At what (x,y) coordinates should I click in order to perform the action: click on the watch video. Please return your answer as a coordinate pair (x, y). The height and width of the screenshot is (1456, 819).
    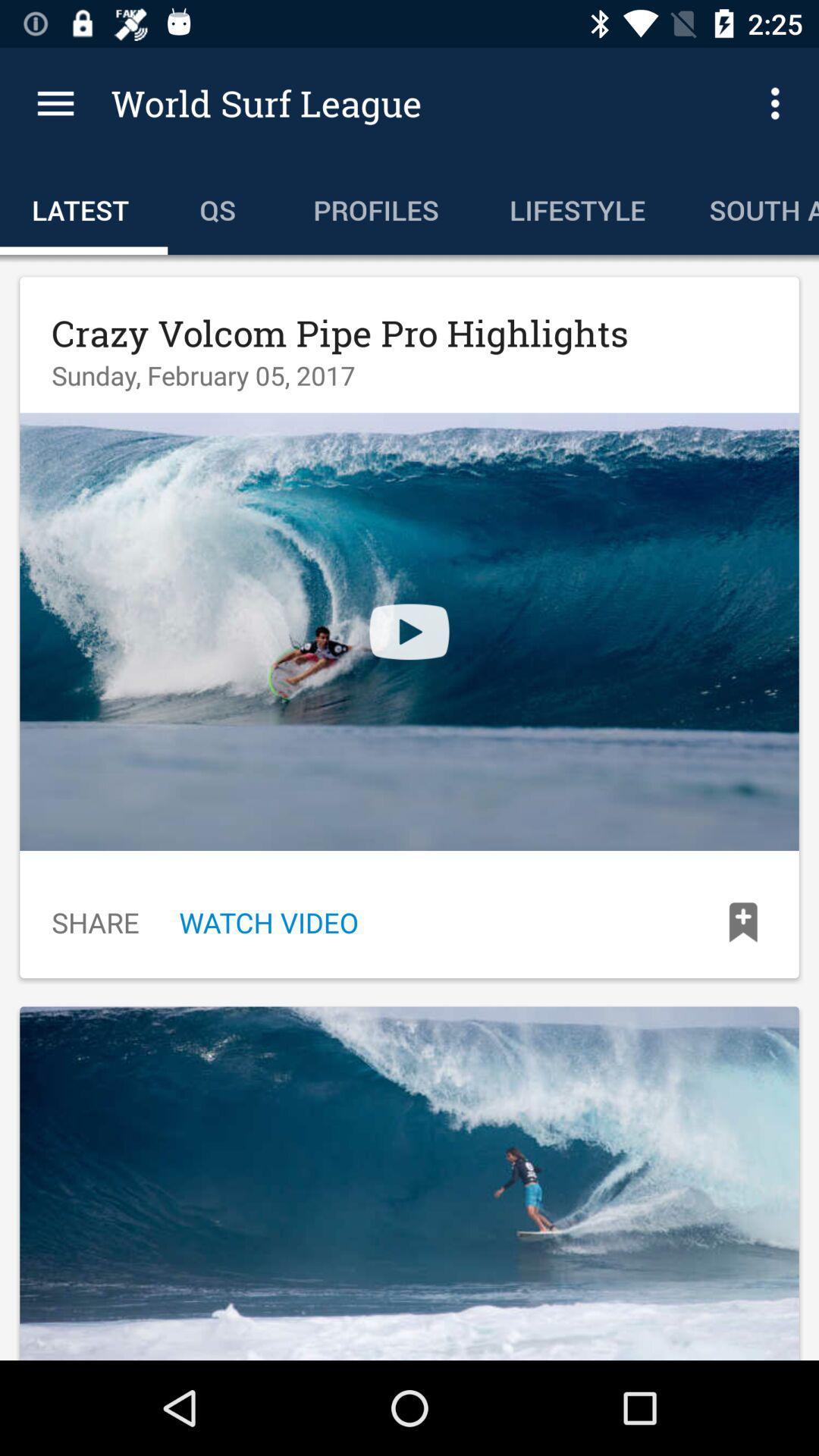
    Looking at the image, I should click on (268, 921).